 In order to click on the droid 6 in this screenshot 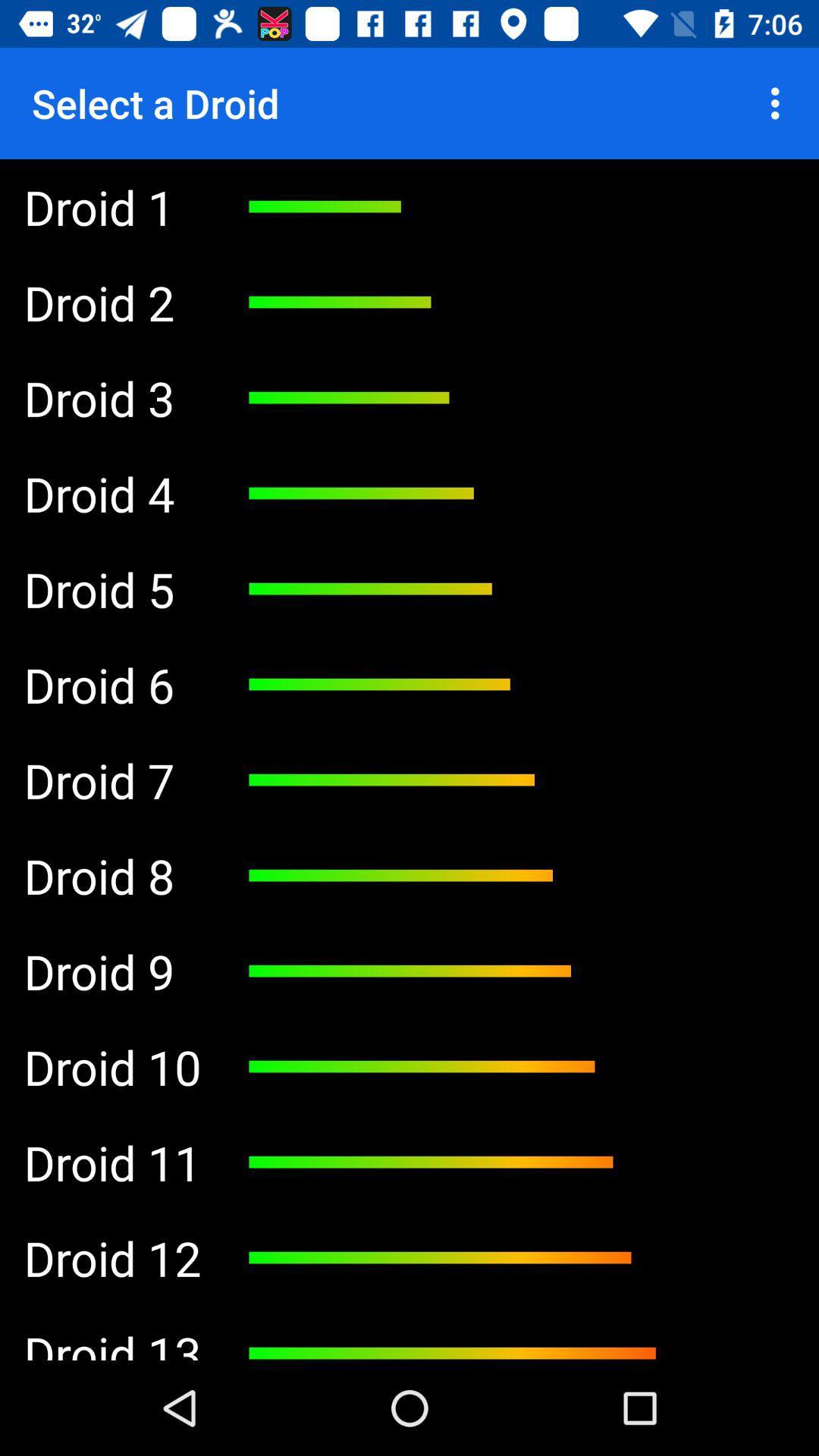, I will do `click(111, 683)`.